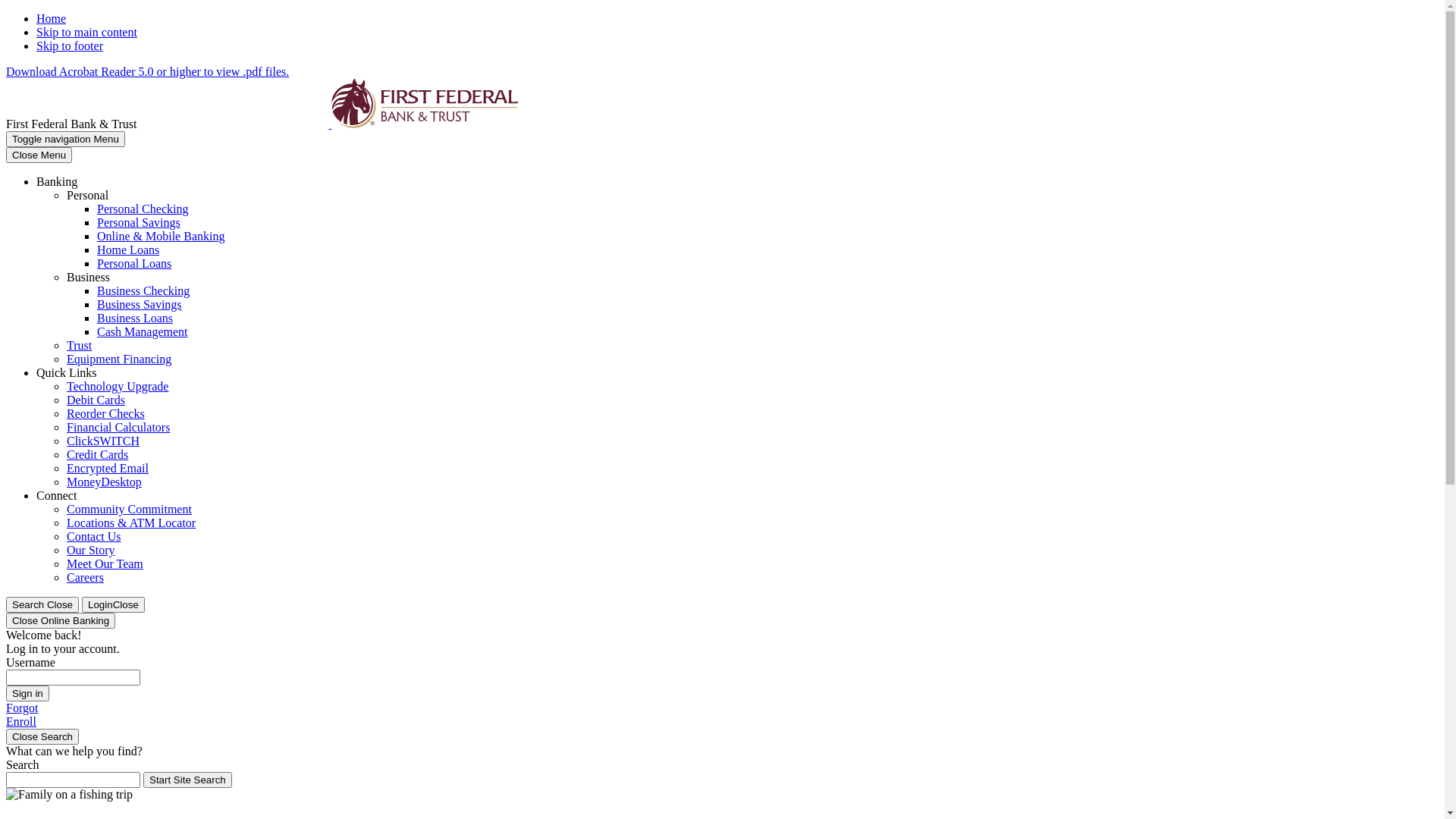 The height and width of the screenshot is (819, 1456). I want to click on 'Contact Us', so click(65, 535).